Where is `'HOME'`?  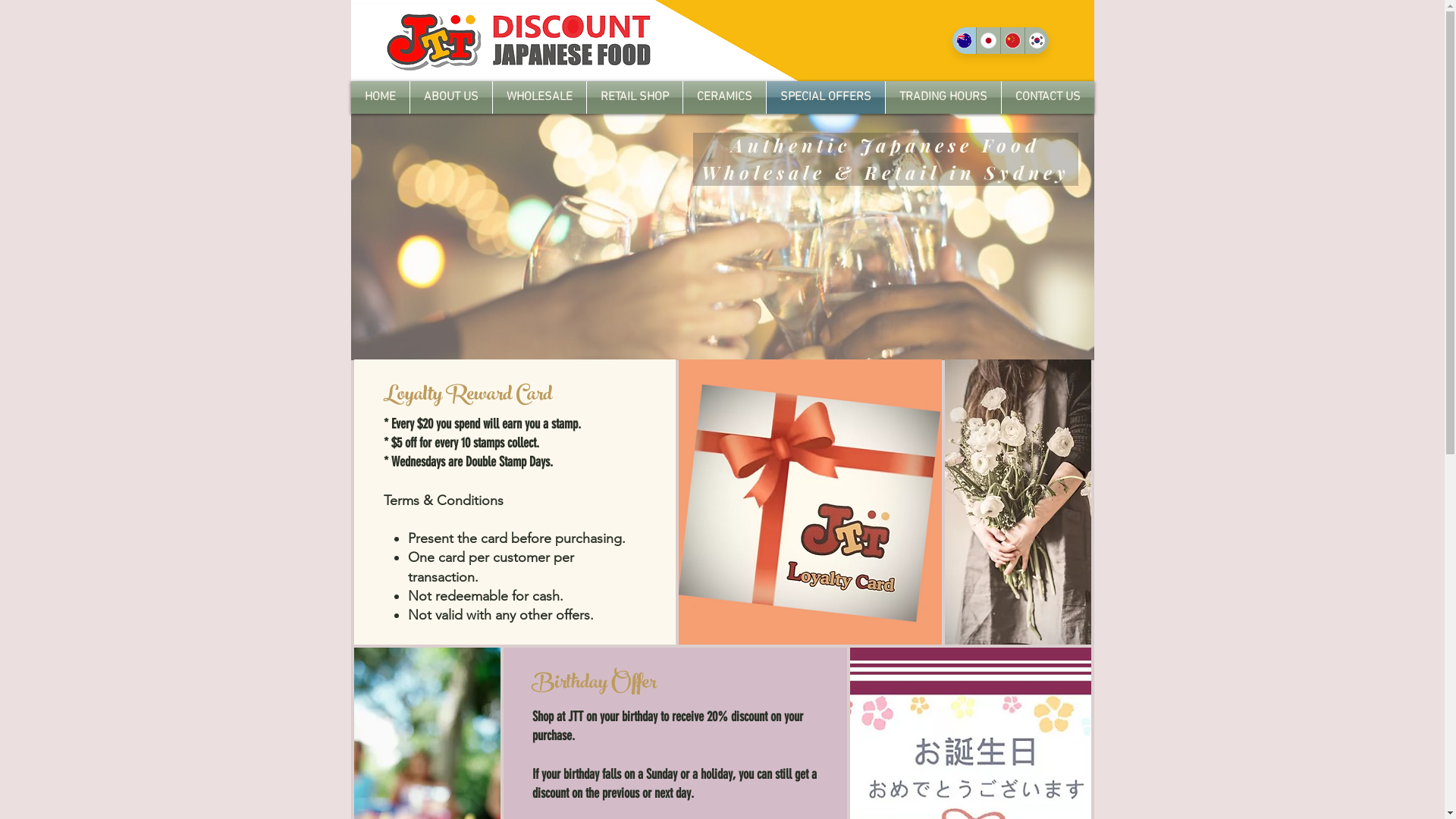
'HOME' is located at coordinates (379, 97).